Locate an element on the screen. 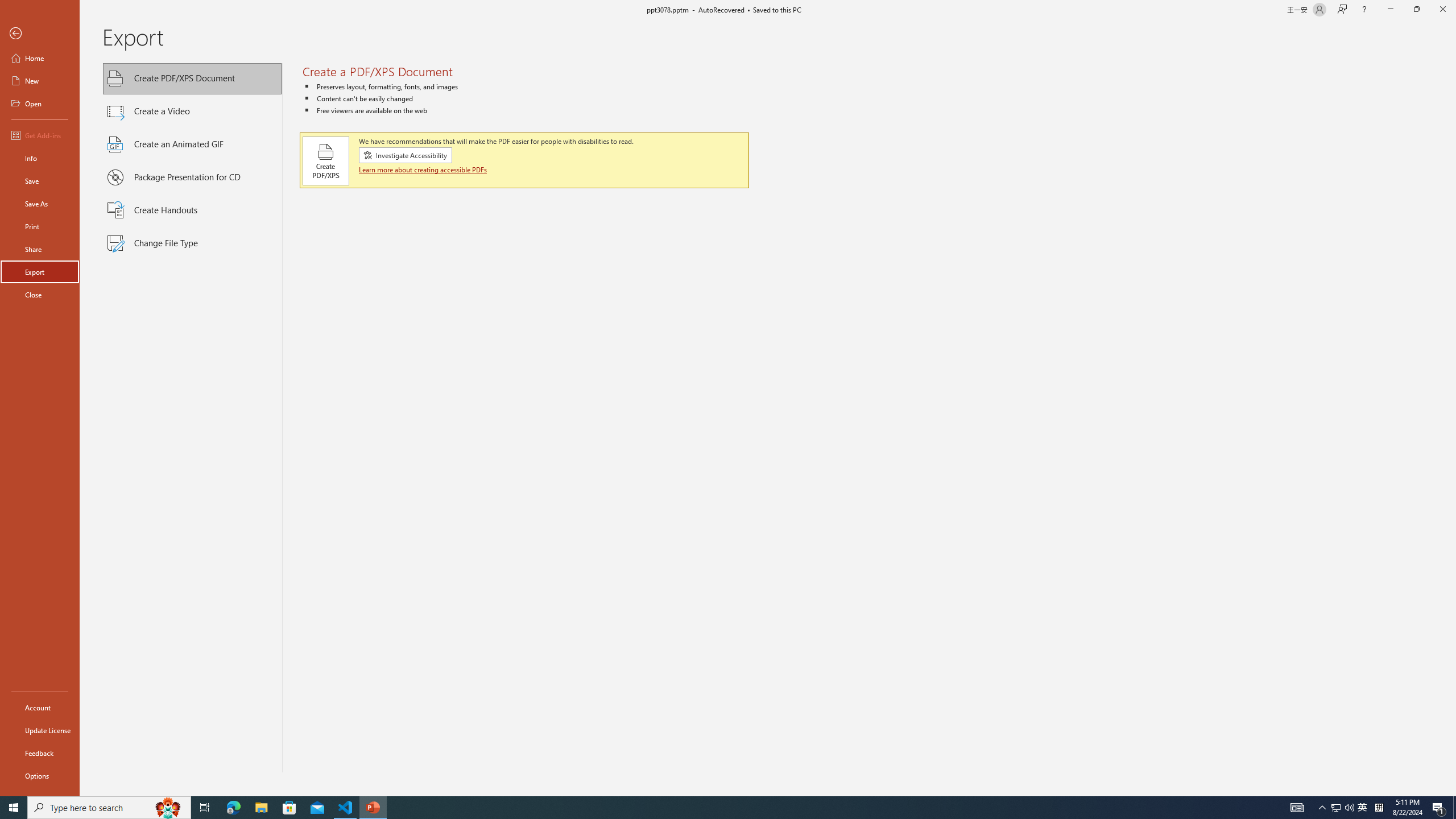 Image resolution: width=1456 pixels, height=819 pixels. 'Export' is located at coordinates (39, 272).